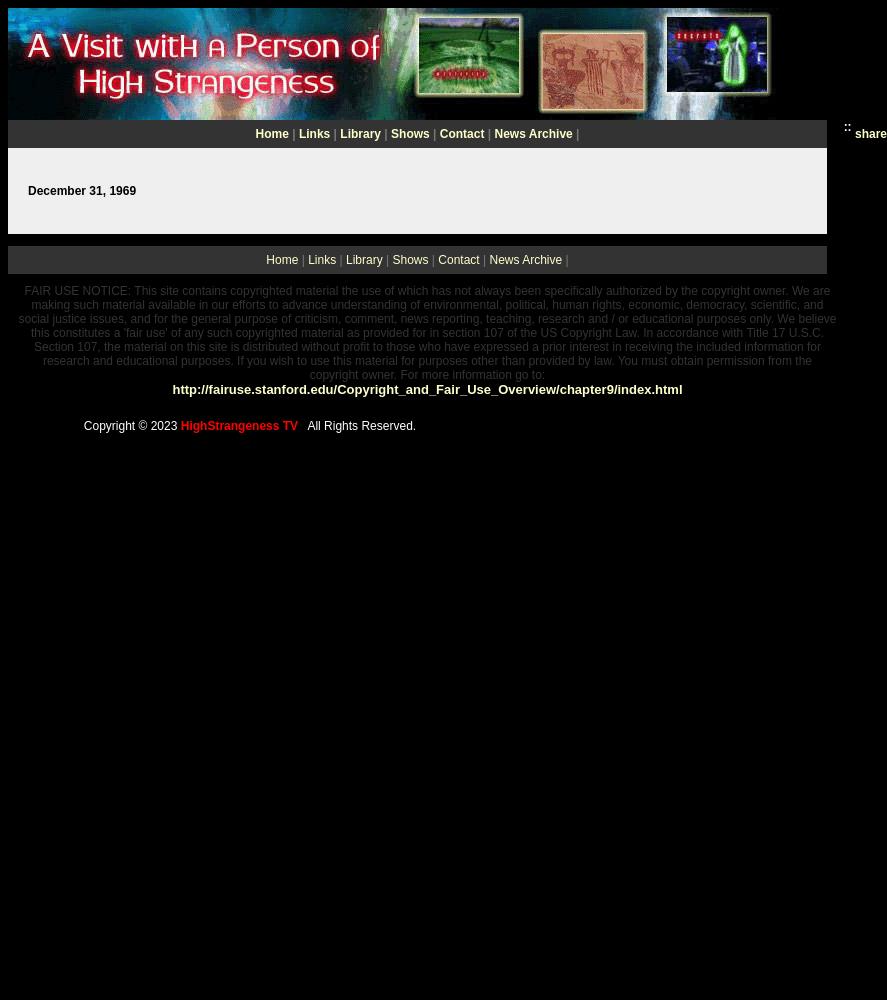 This screenshot has width=887, height=1000. What do you see at coordinates (170, 389) in the screenshot?
I see `'http://fairuse.stanford.edu/Copyright_and_Fair_Use_Overview/chapter9/index.html'` at bounding box center [170, 389].